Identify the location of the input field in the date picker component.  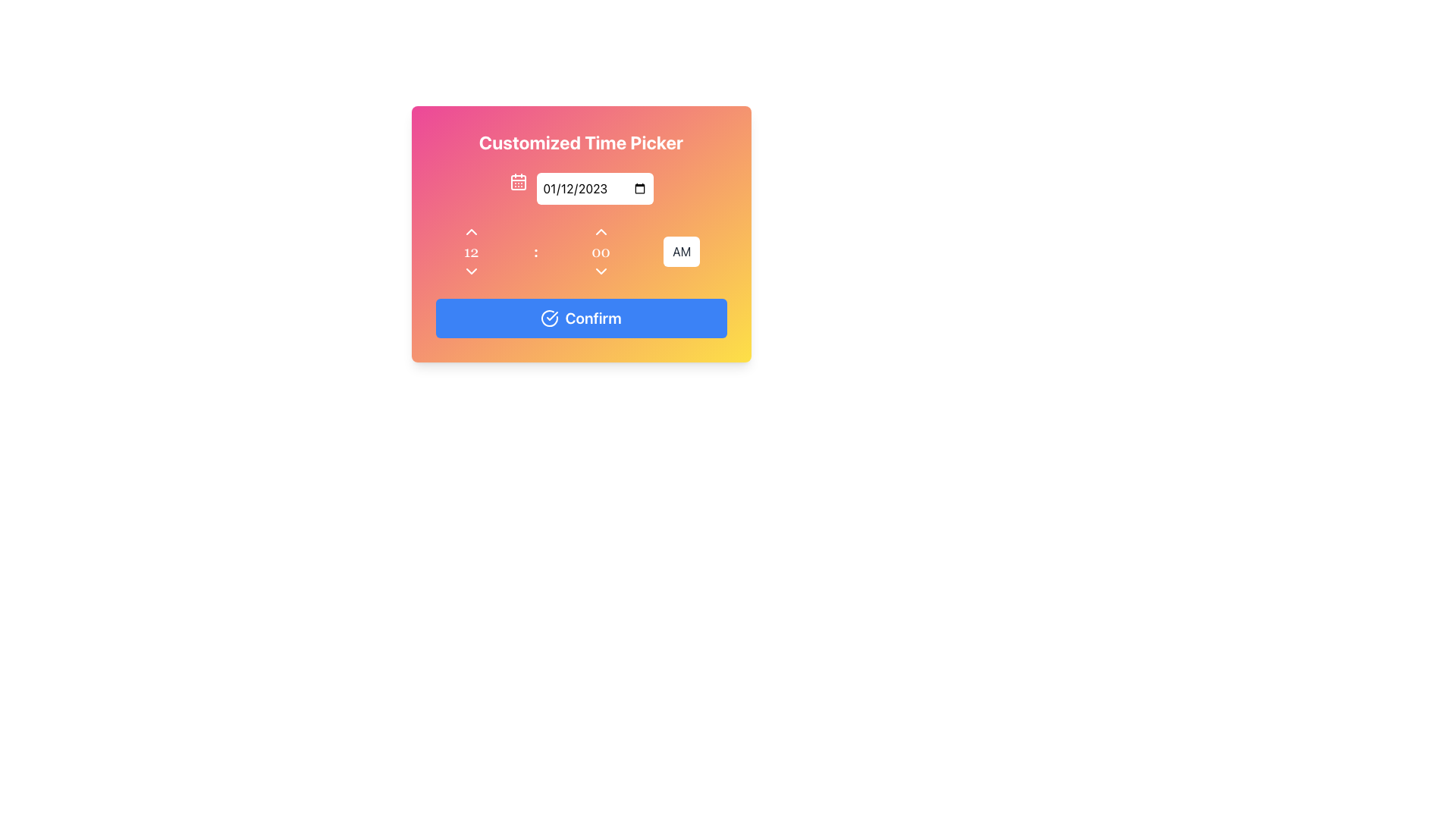
(580, 188).